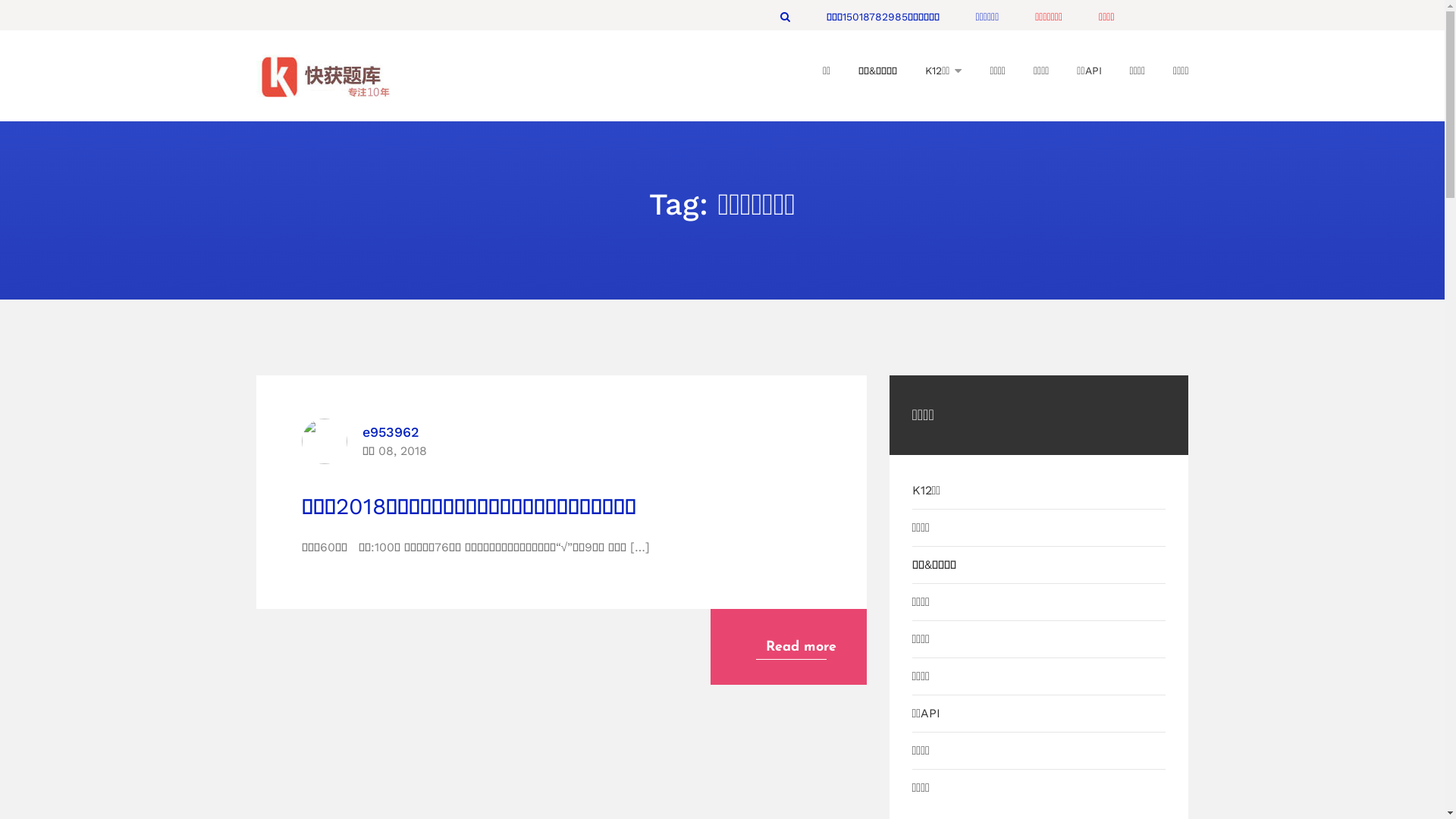  Describe the element at coordinates (785, 17) in the screenshot. I see `'Search'` at that location.